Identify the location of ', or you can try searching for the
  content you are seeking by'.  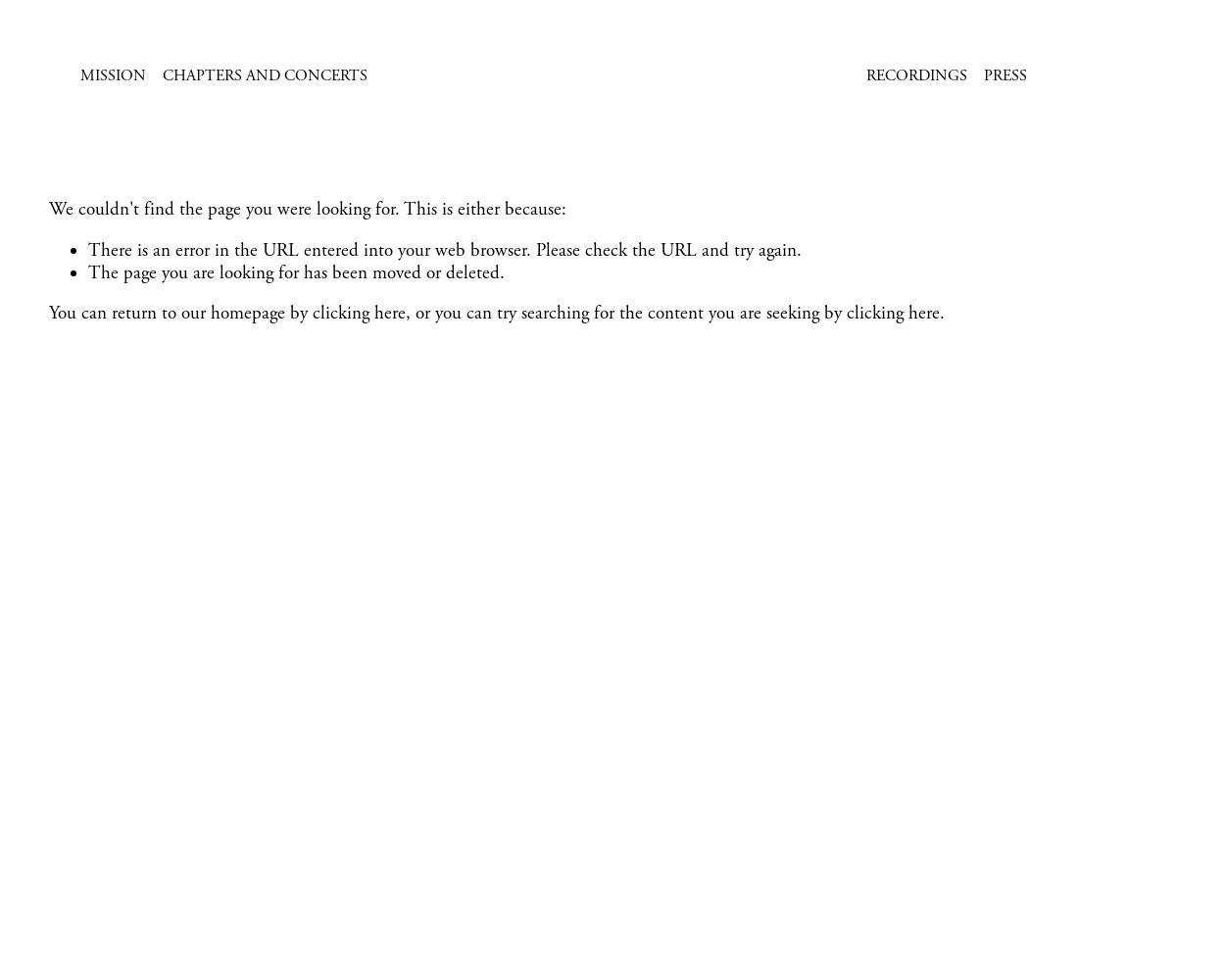
(626, 313).